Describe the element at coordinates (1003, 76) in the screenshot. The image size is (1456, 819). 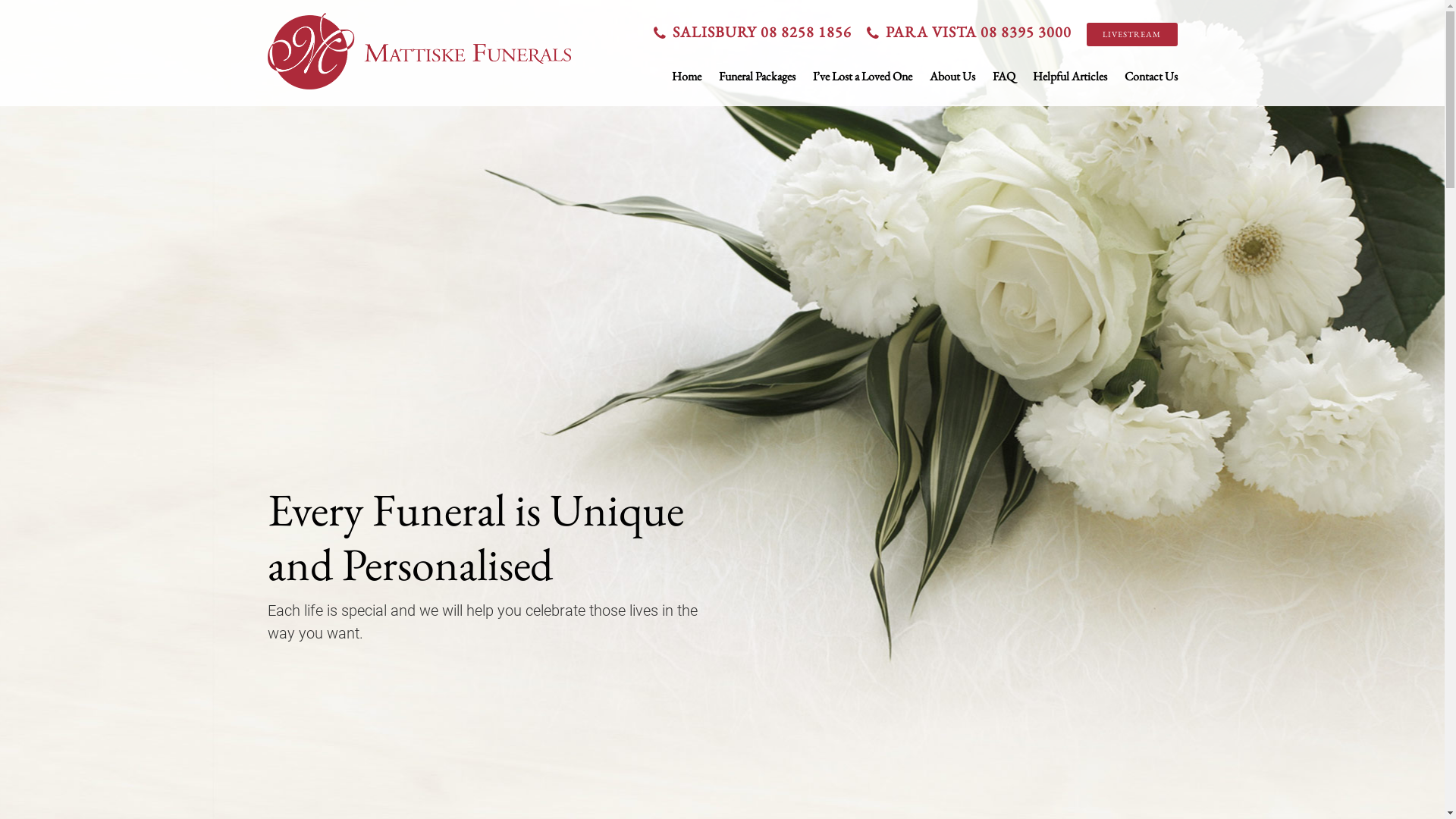
I see `'FAQ'` at that location.